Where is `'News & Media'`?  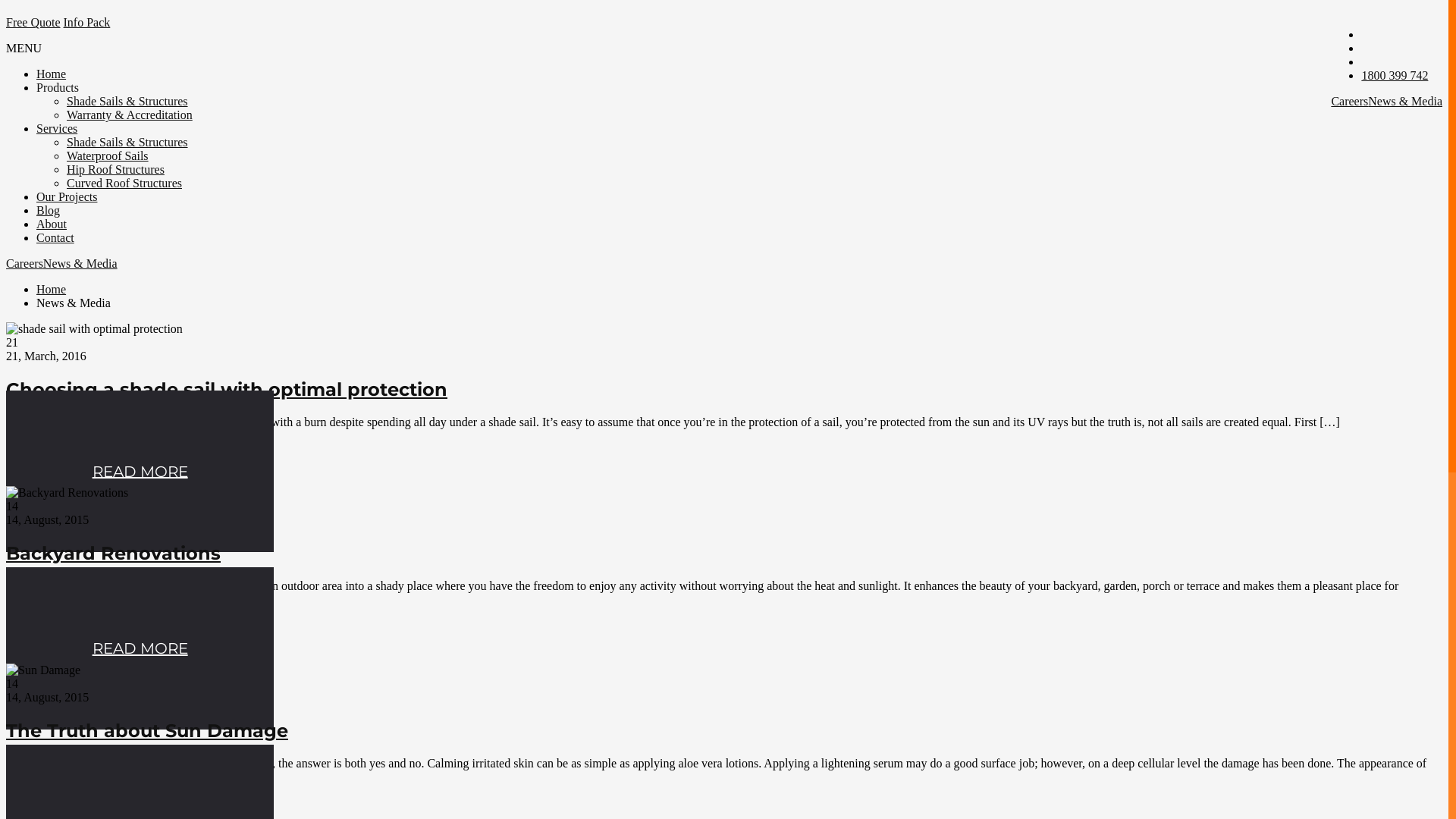
'News & Media' is located at coordinates (1404, 101).